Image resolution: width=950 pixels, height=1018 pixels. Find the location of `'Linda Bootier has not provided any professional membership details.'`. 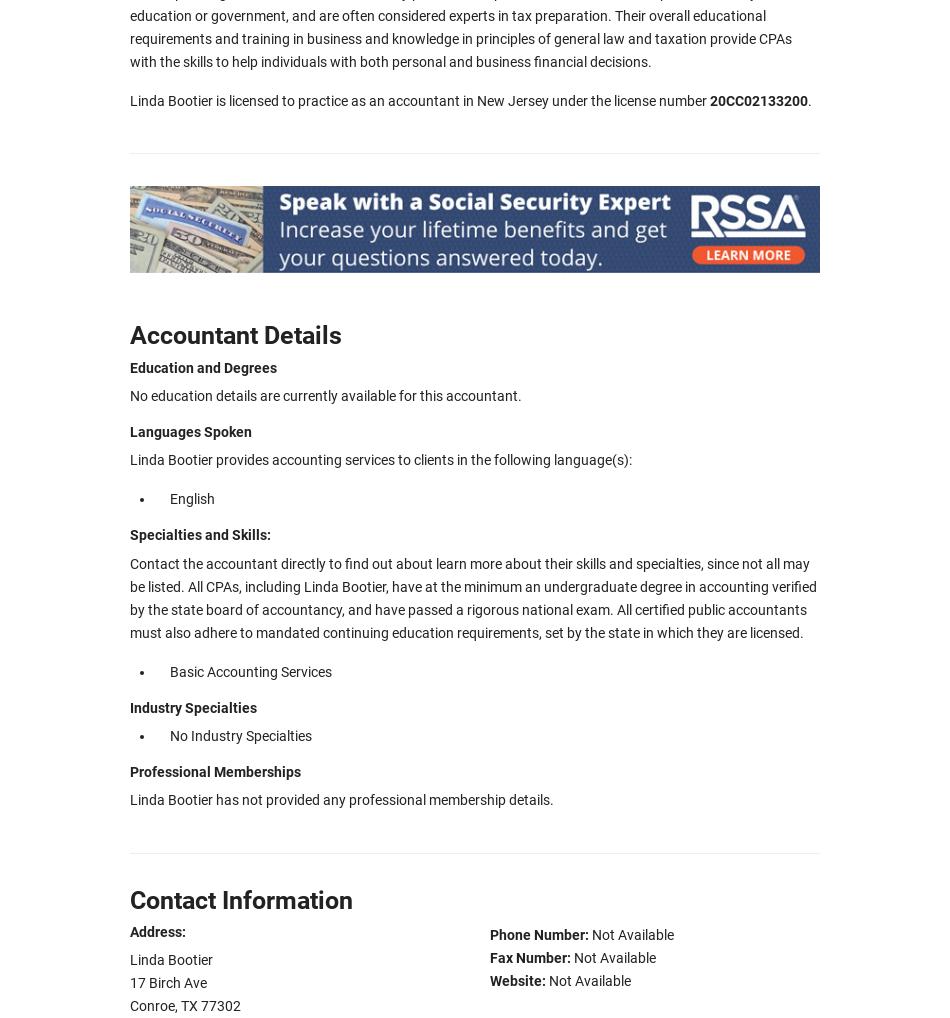

'Linda Bootier has not provided any professional membership details.' is located at coordinates (341, 800).